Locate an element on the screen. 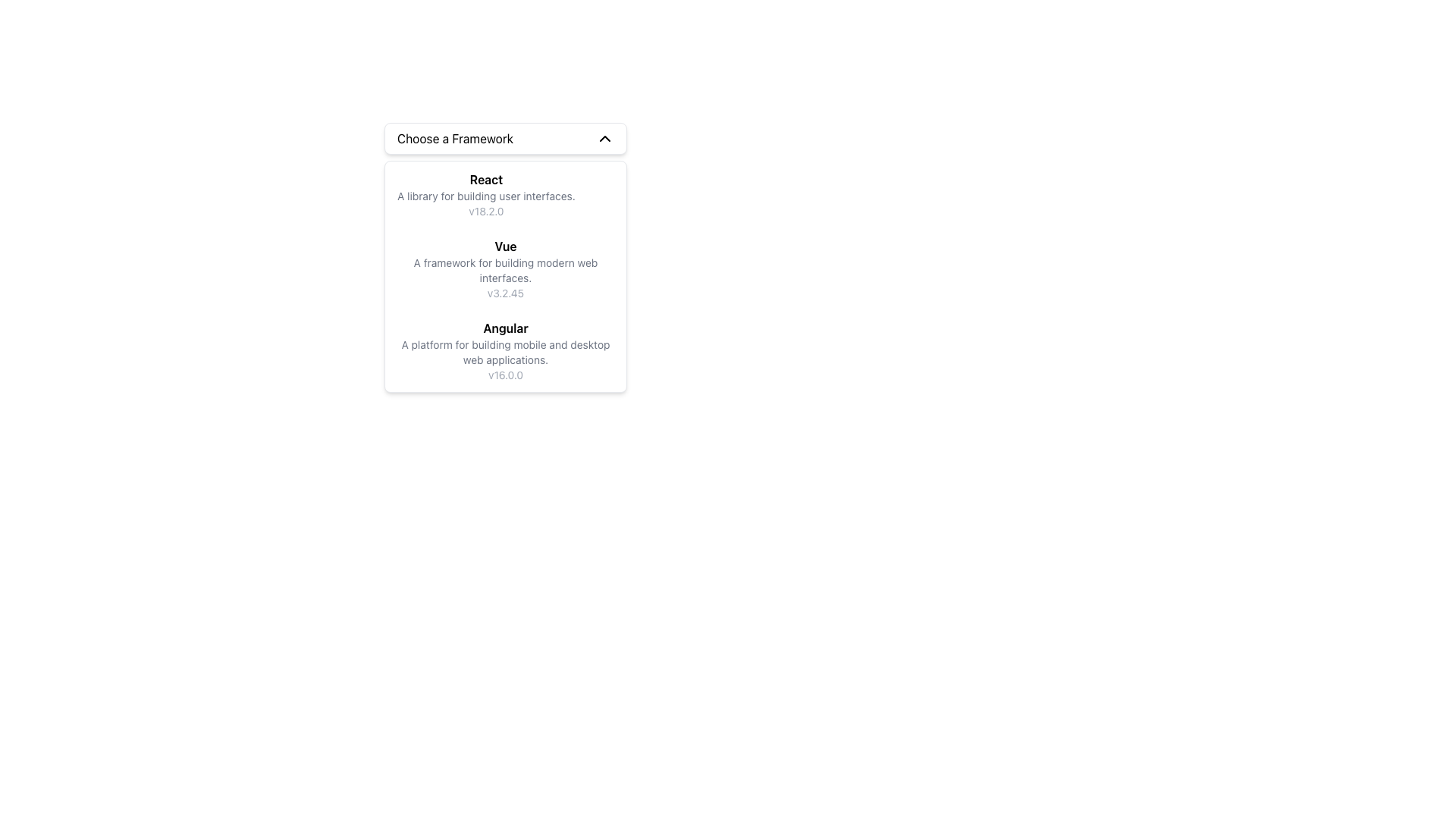  the text label displaying 'React' in bold font, which is the title within its grouping at the top of the card-like structure for the React framework is located at coordinates (486, 178).